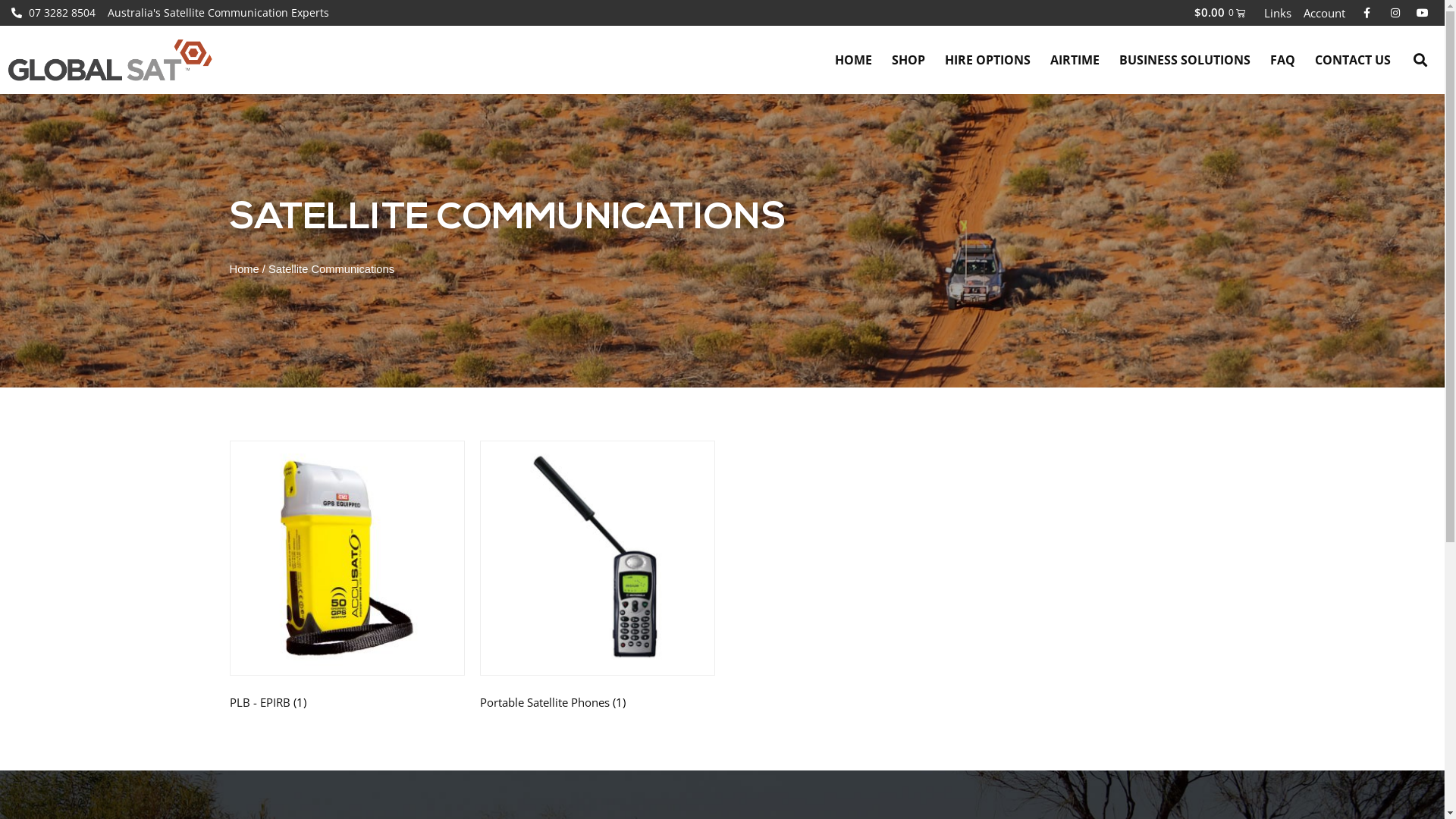 The width and height of the screenshot is (1456, 819). What do you see at coordinates (987, 58) in the screenshot?
I see `'HIRE OPTIONS'` at bounding box center [987, 58].